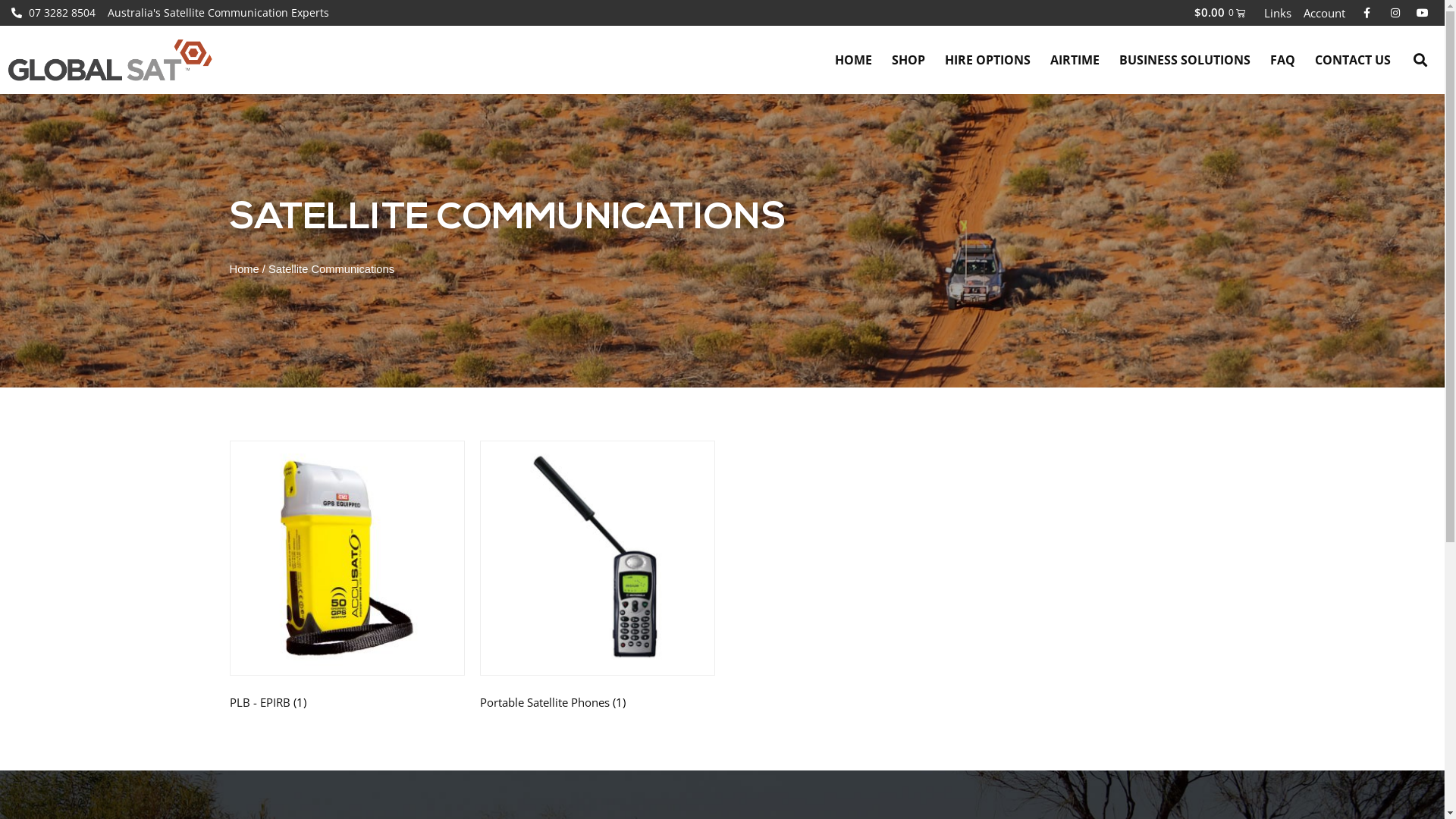 The width and height of the screenshot is (1456, 819). What do you see at coordinates (987, 58) in the screenshot?
I see `'HIRE OPTIONS'` at bounding box center [987, 58].